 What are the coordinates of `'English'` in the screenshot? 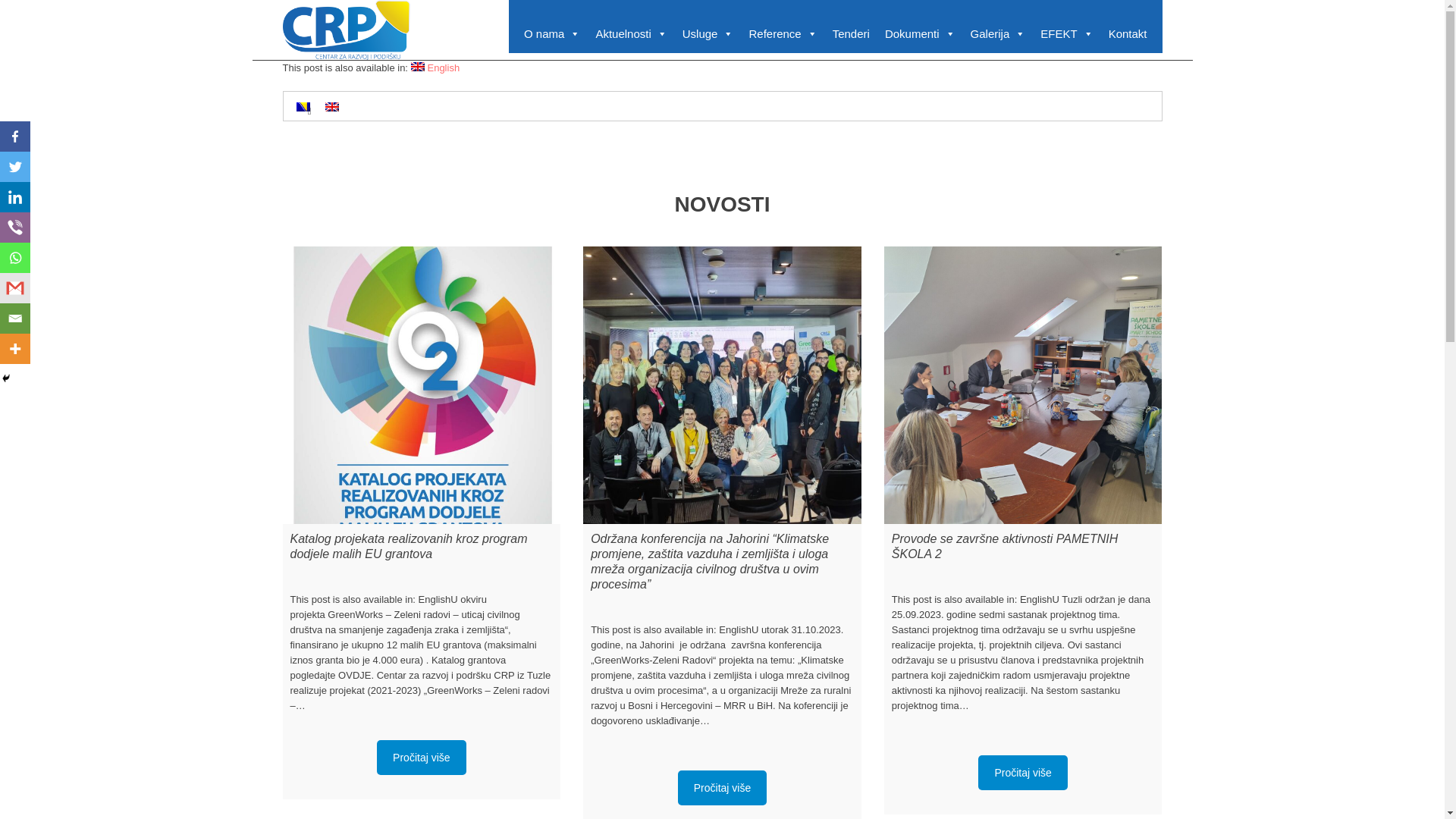 It's located at (411, 66).